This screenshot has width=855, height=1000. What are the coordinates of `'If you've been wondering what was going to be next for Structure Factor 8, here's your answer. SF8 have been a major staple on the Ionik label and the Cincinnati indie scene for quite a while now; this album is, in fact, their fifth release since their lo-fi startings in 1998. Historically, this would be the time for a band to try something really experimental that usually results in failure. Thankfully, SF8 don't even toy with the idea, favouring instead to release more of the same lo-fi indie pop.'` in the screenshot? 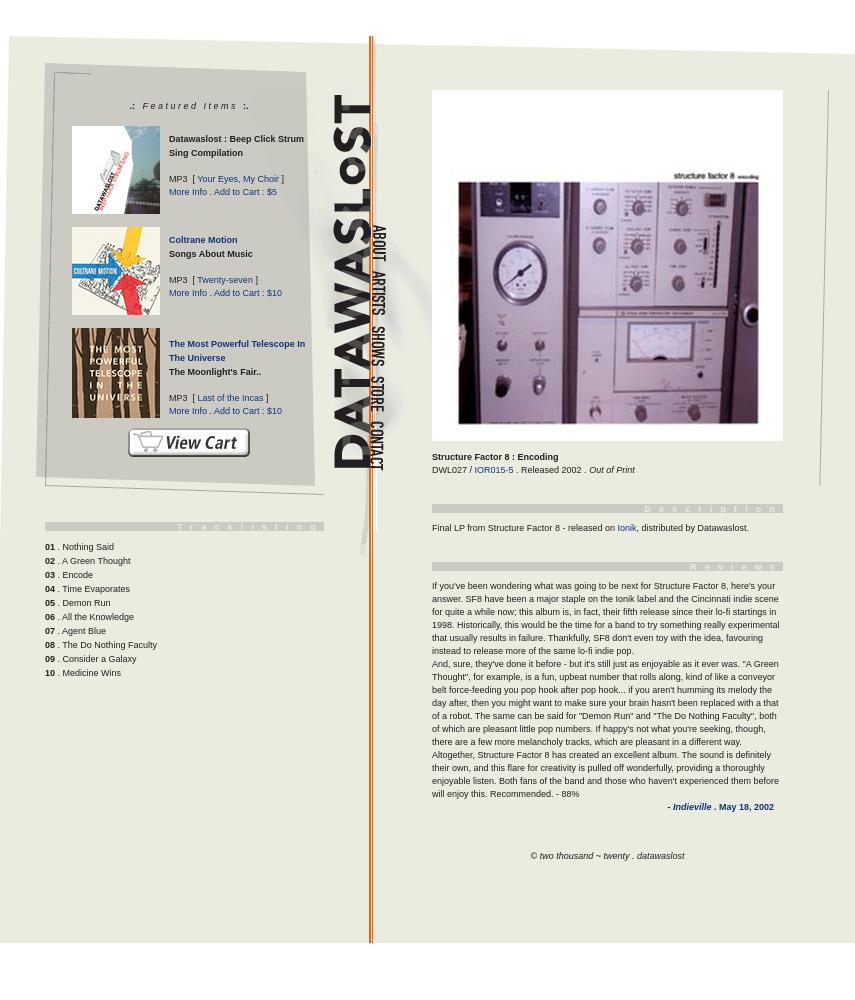 It's located at (605, 617).